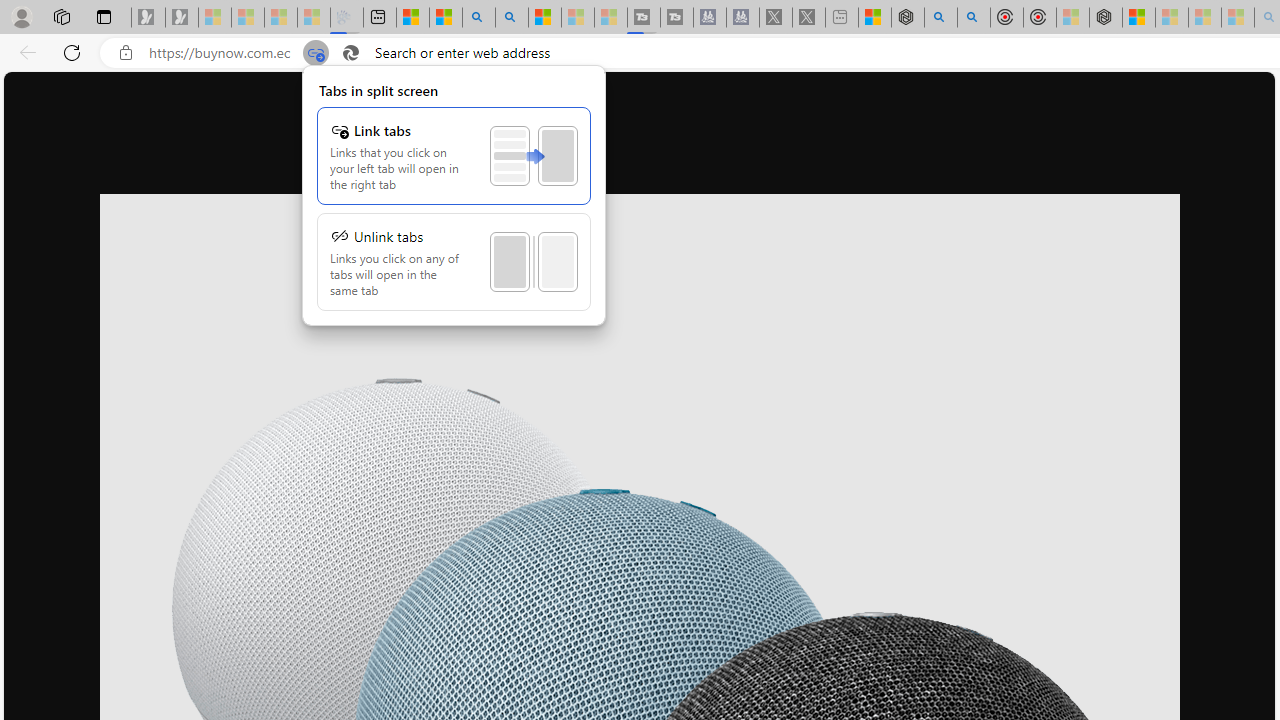 This screenshot has width=1280, height=720. What do you see at coordinates (453, 195) in the screenshot?
I see `'Tabs in split screen'` at bounding box center [453, 195].